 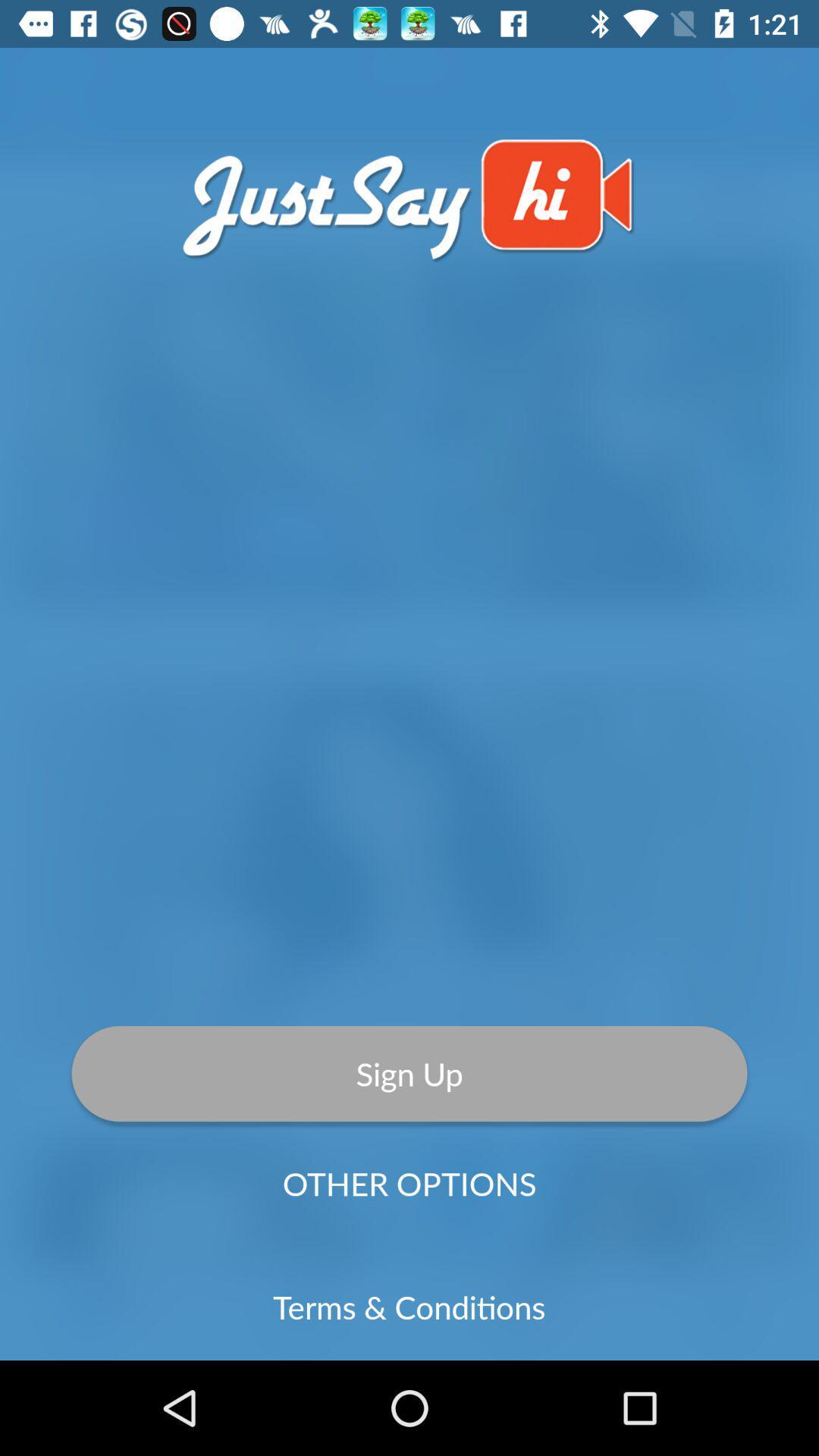 I want to click on sign up, so click(x=409, y=1073).